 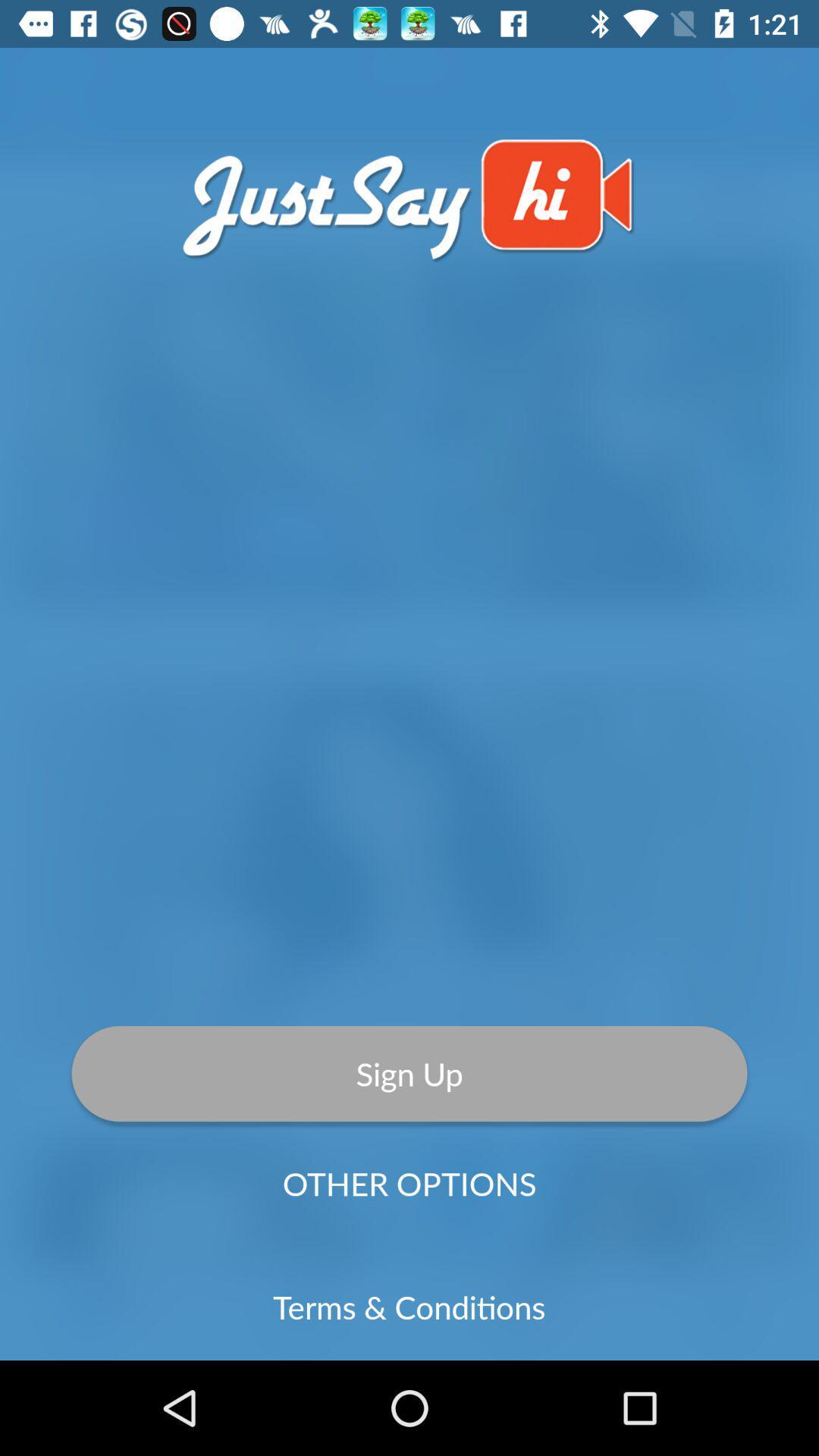 I want to click on sign up, so click(x=409, y=1073).